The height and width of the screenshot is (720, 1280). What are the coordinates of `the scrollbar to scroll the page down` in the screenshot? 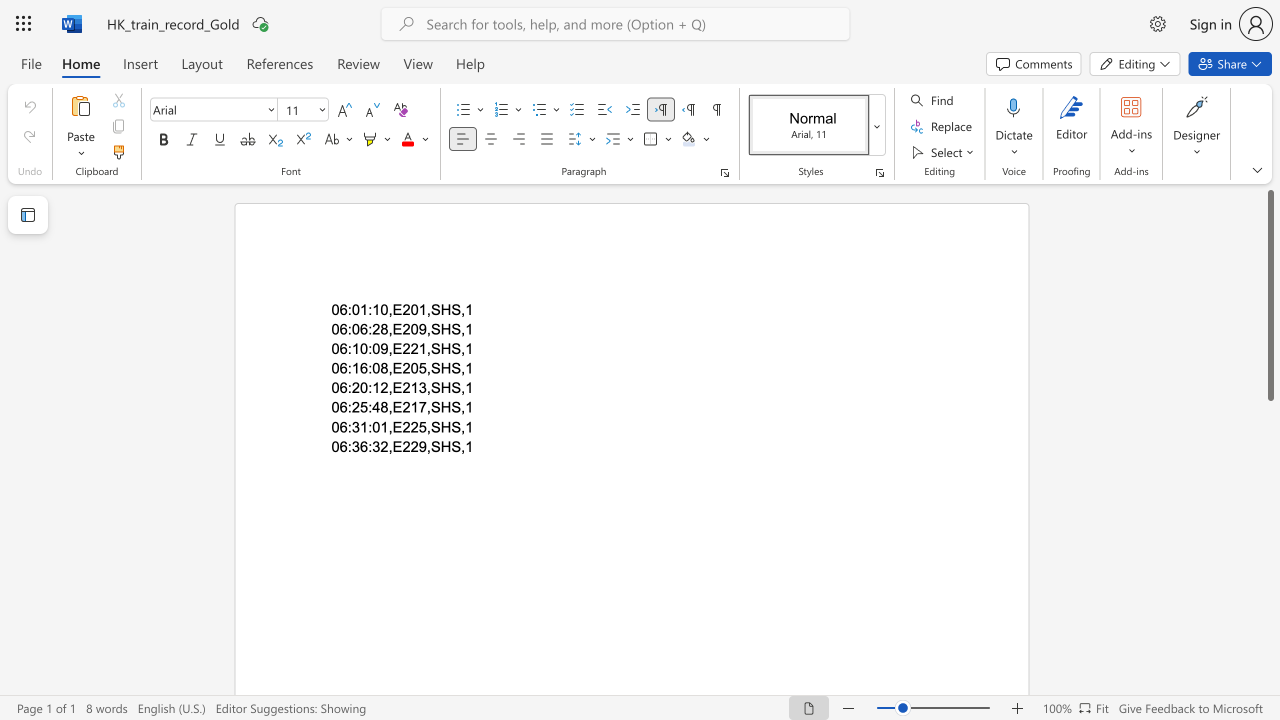 It's located at (1269, 508).